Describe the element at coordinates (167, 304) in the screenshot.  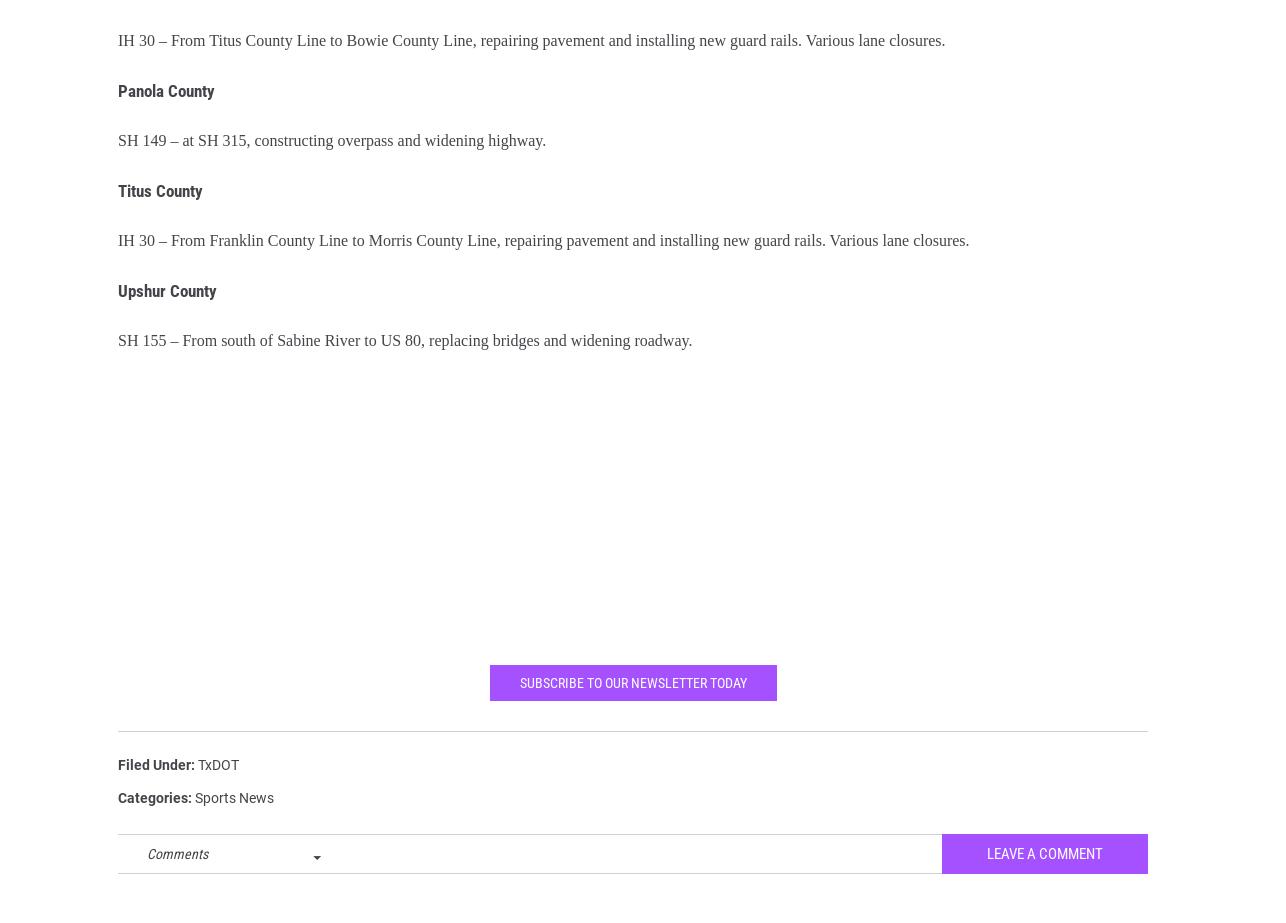
I see `'Upshur County'` at that location.